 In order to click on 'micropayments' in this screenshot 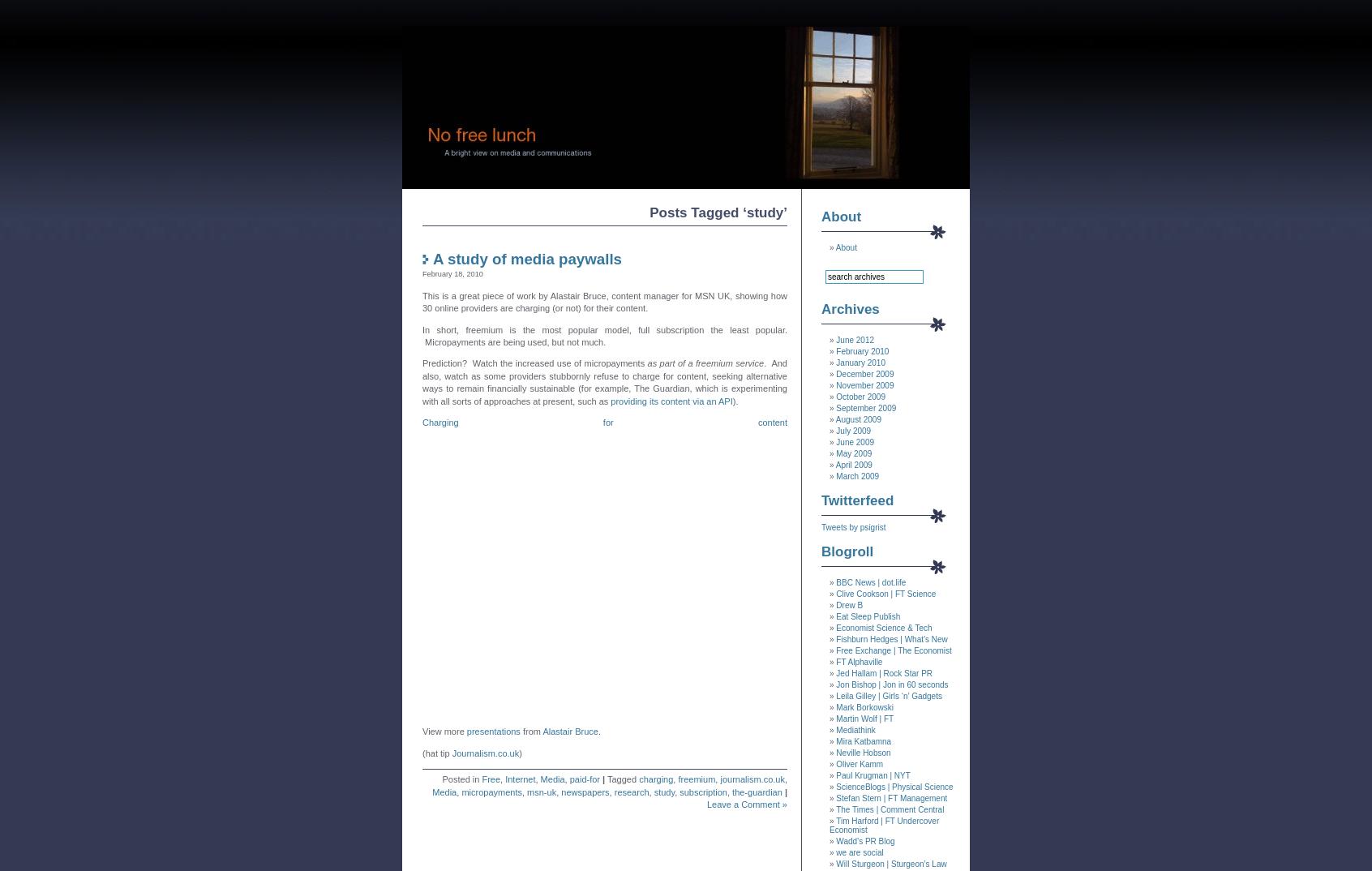, I will do `click(461, 791)`.